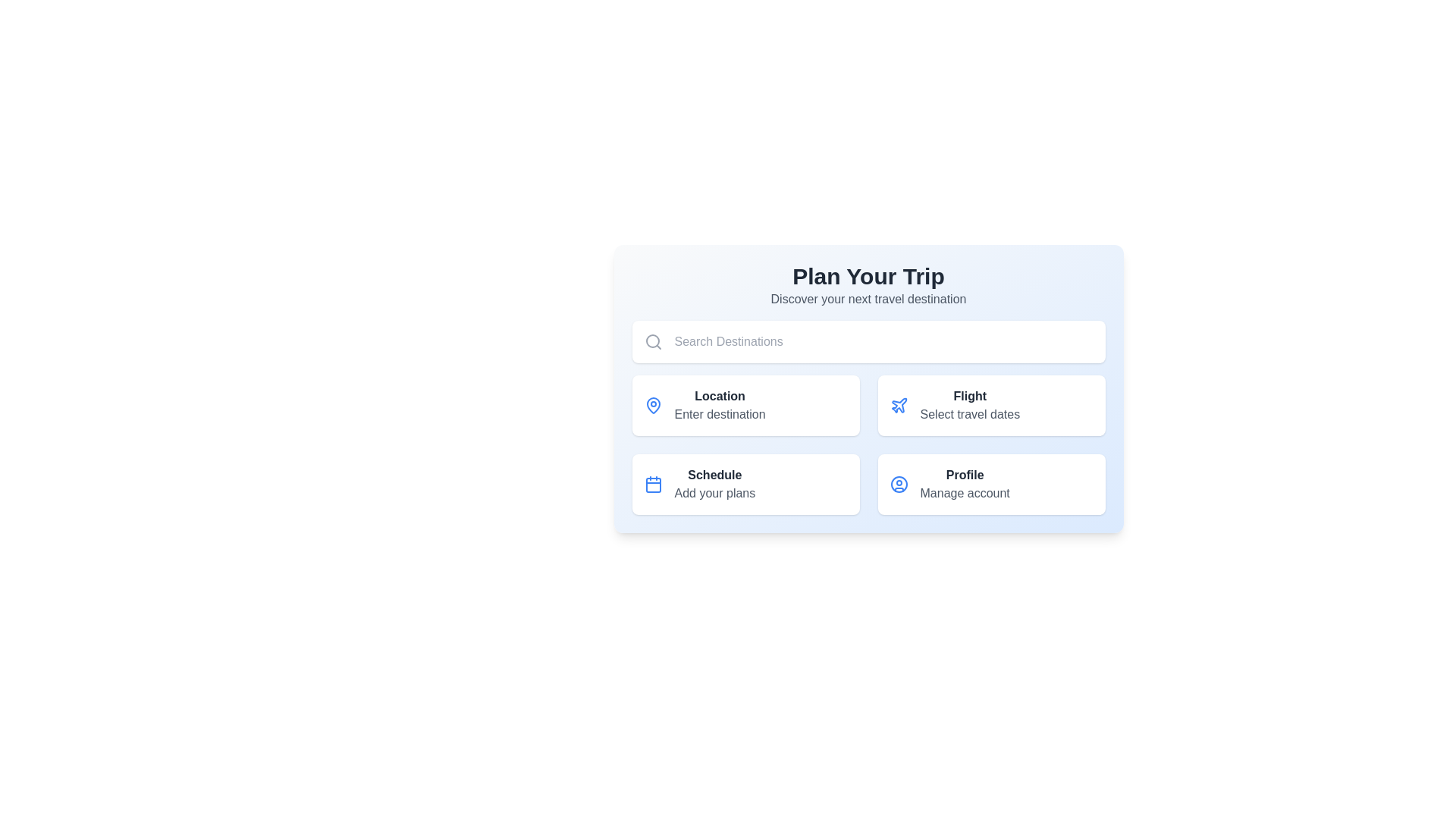 The image size is (1456, 819). What do you see at coordinates (719, 396) in the screenshot?
I see `Text label that serves as a heading for location input, which is located in the top-left quadrant of the grid, above the sub-text 'Enter destination'` at bounding box center [719, 396].